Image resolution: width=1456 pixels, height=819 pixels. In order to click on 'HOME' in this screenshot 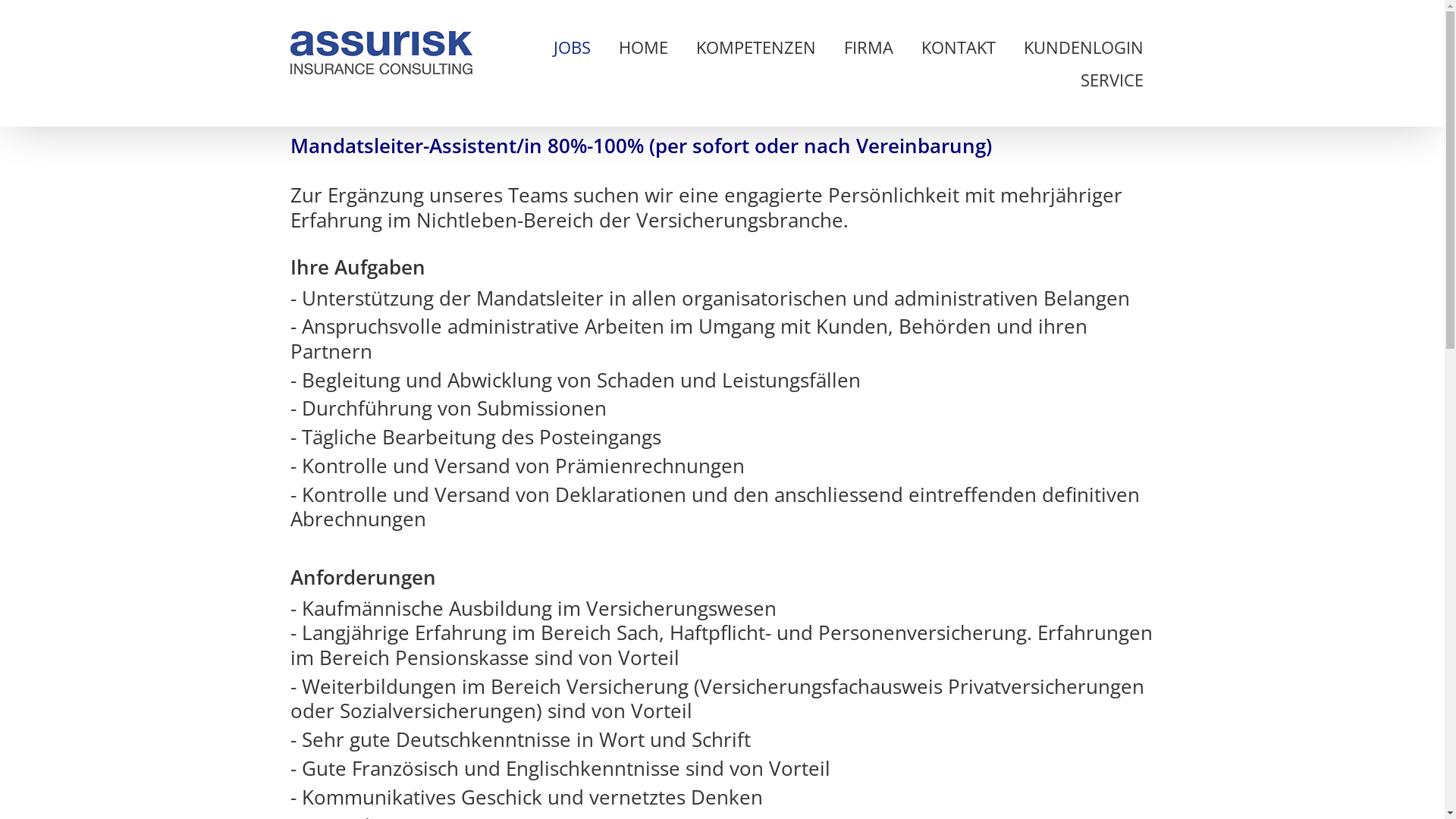, I will do `click(607, 46)`.